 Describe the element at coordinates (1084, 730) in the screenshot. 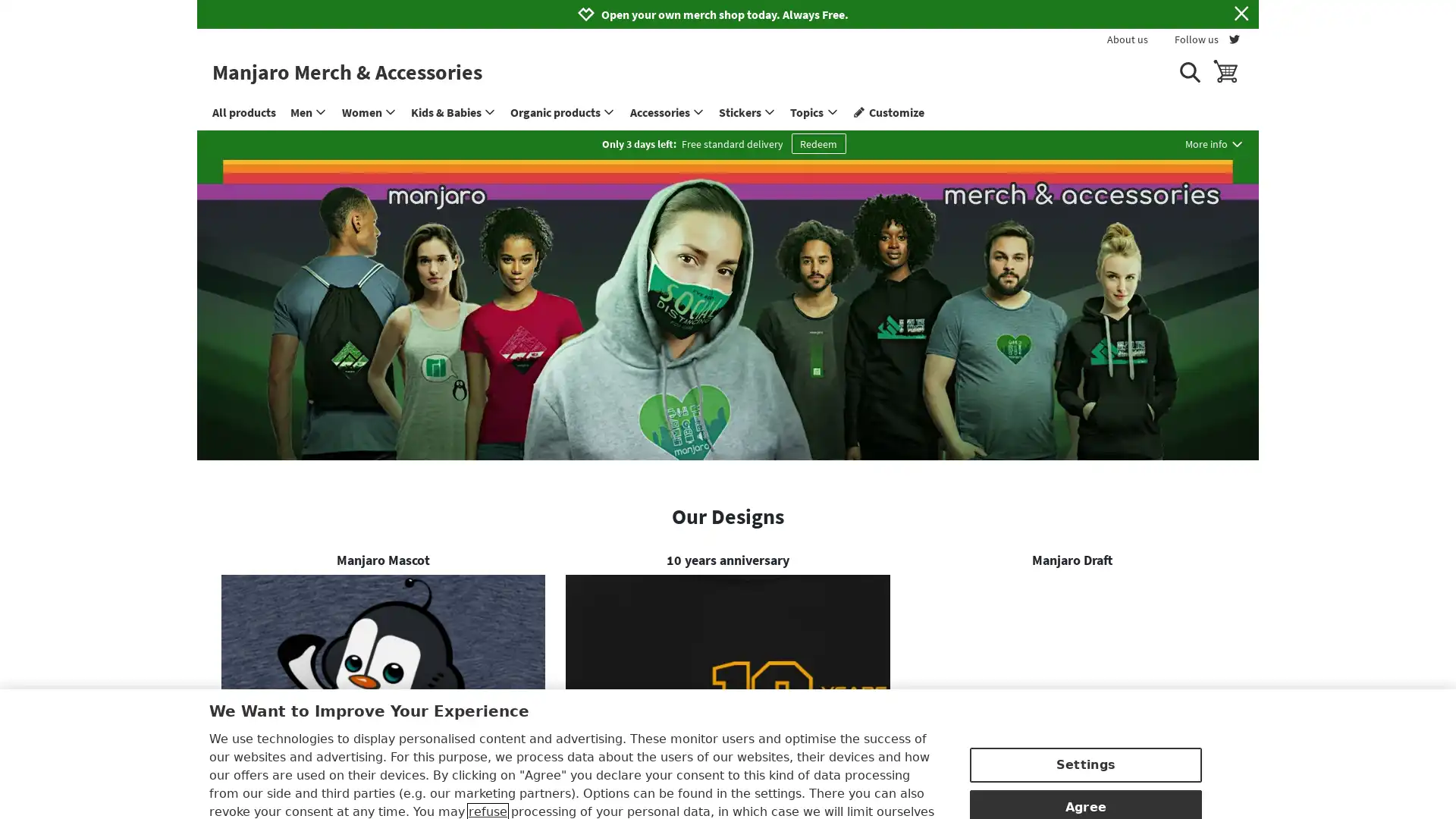

I see `Agree` at that location.